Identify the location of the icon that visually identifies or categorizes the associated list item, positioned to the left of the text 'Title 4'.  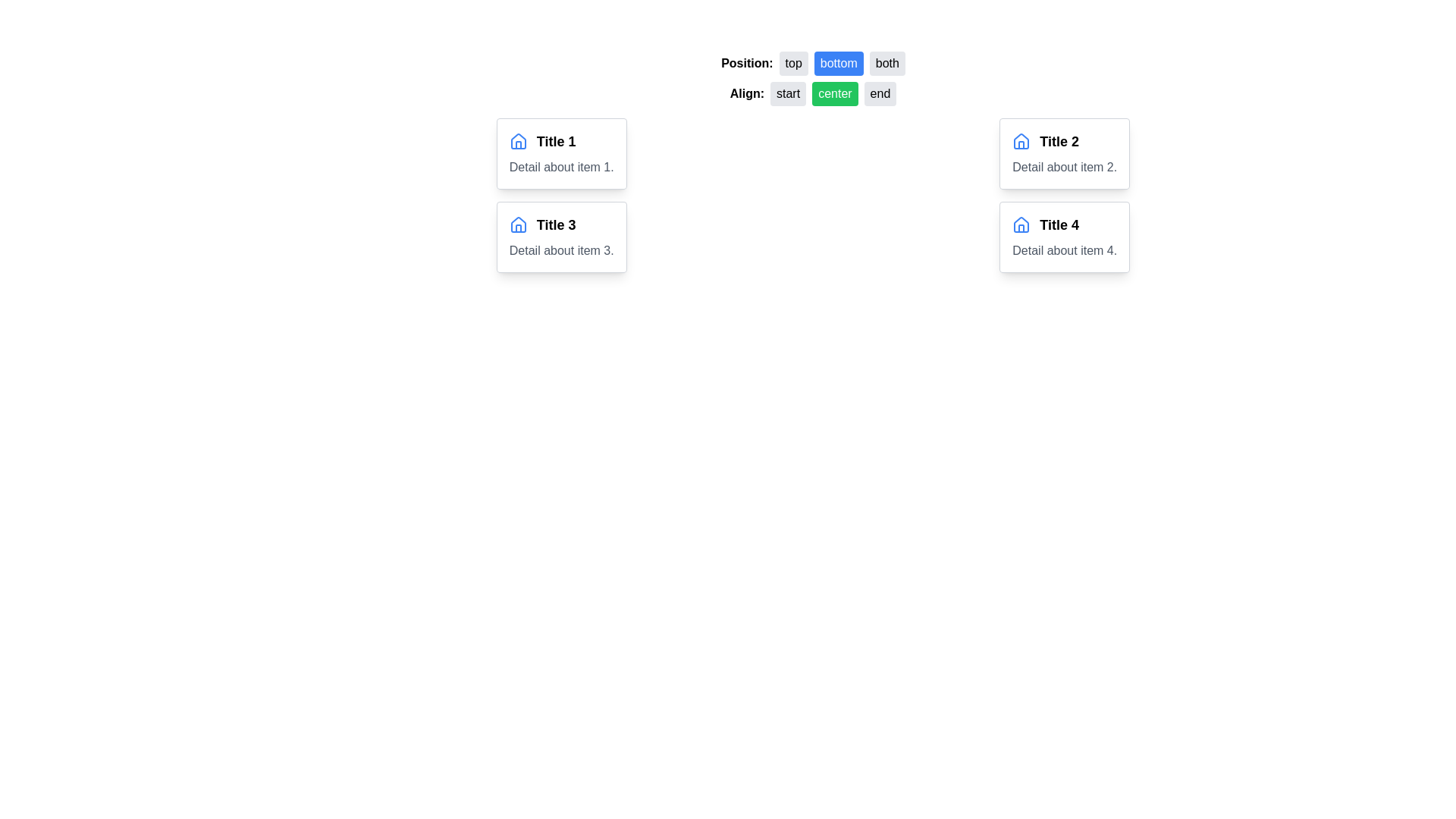
(1021, 225).